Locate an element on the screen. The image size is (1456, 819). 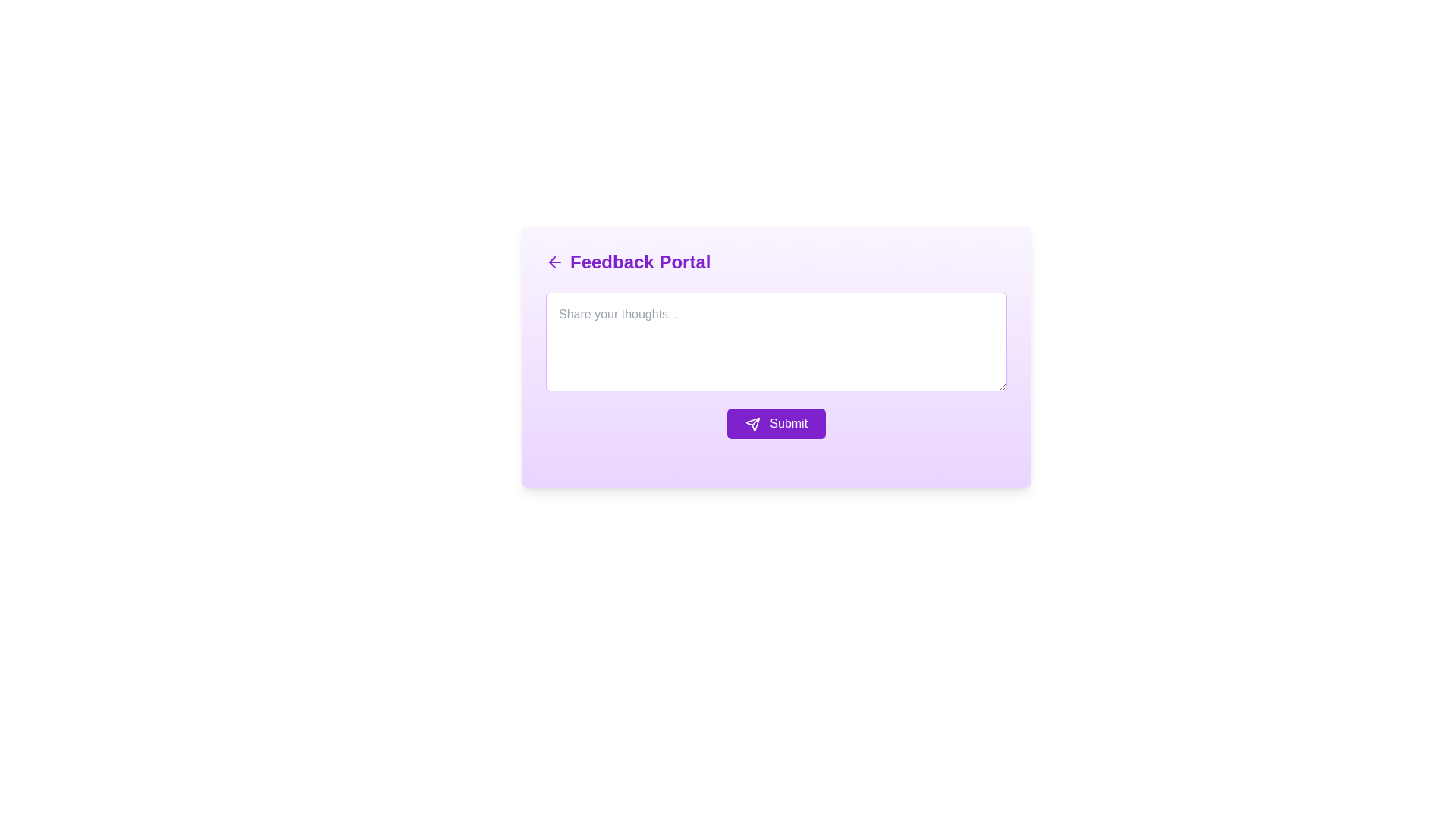
the left-pointing arrow icon that indicates backward navigation, located in the top-left part of the 'Feedback Portal' card interface is located at coordinates (551, 262).